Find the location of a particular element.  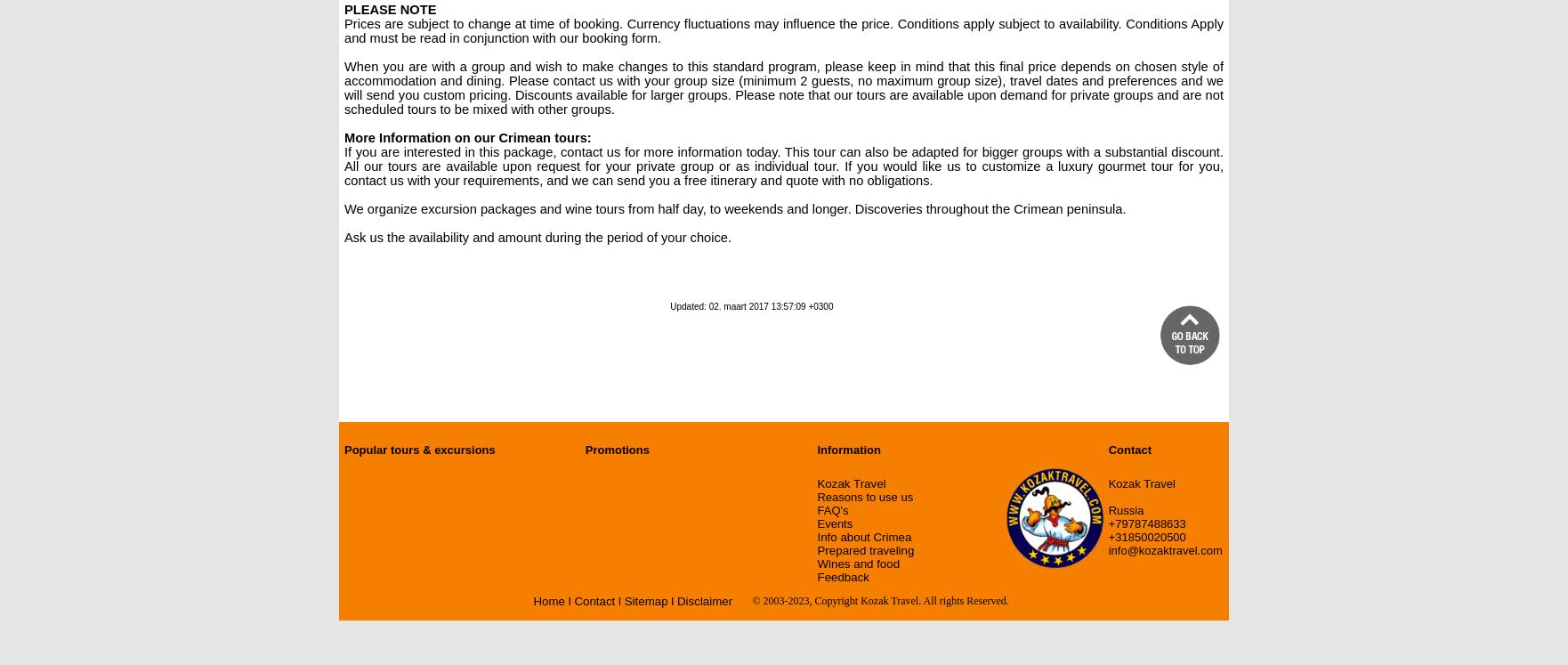

'Russia' is located at coordinates (1125, 509).